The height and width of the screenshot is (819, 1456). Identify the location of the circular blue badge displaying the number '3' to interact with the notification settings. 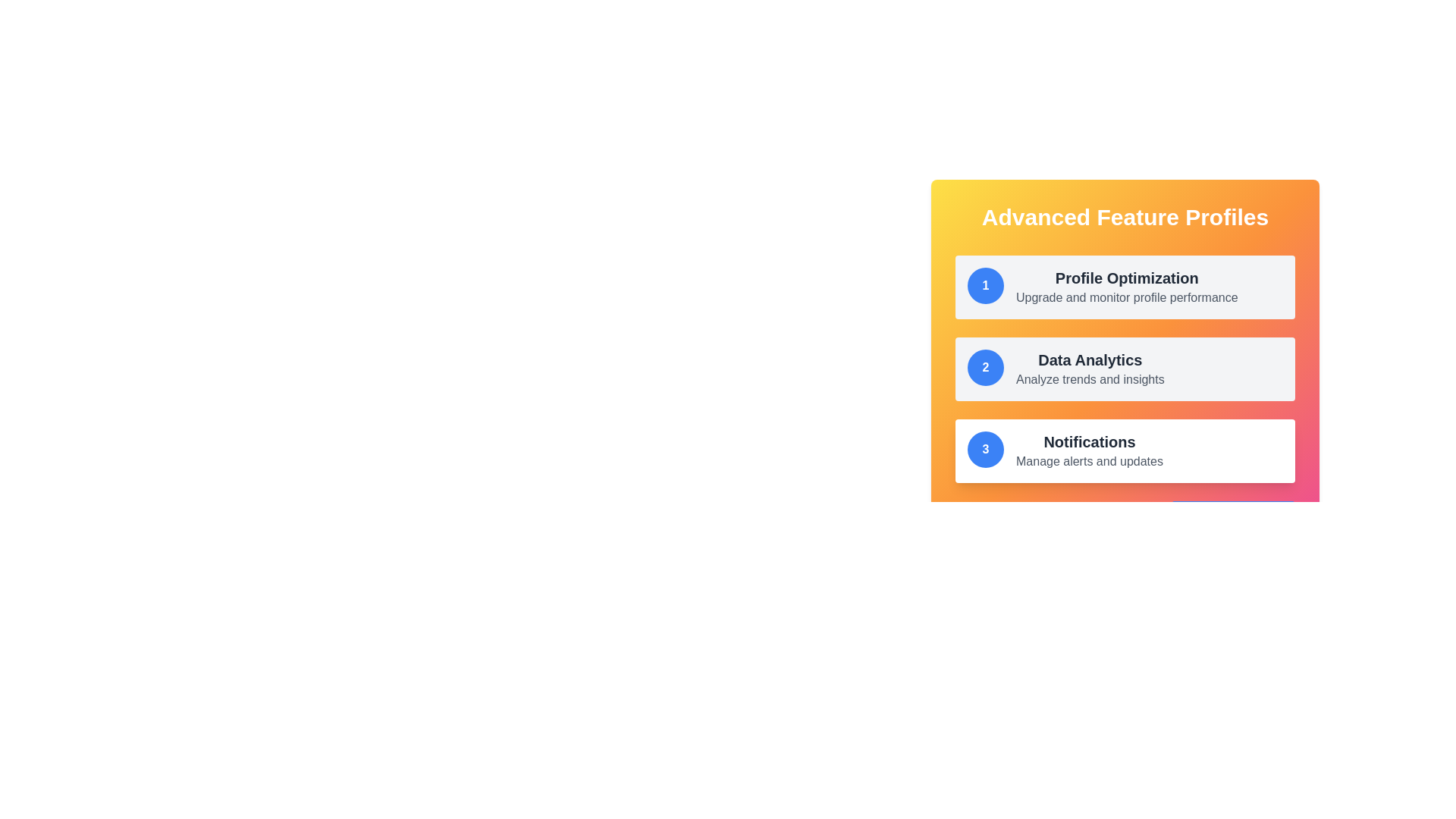
(986, 449).